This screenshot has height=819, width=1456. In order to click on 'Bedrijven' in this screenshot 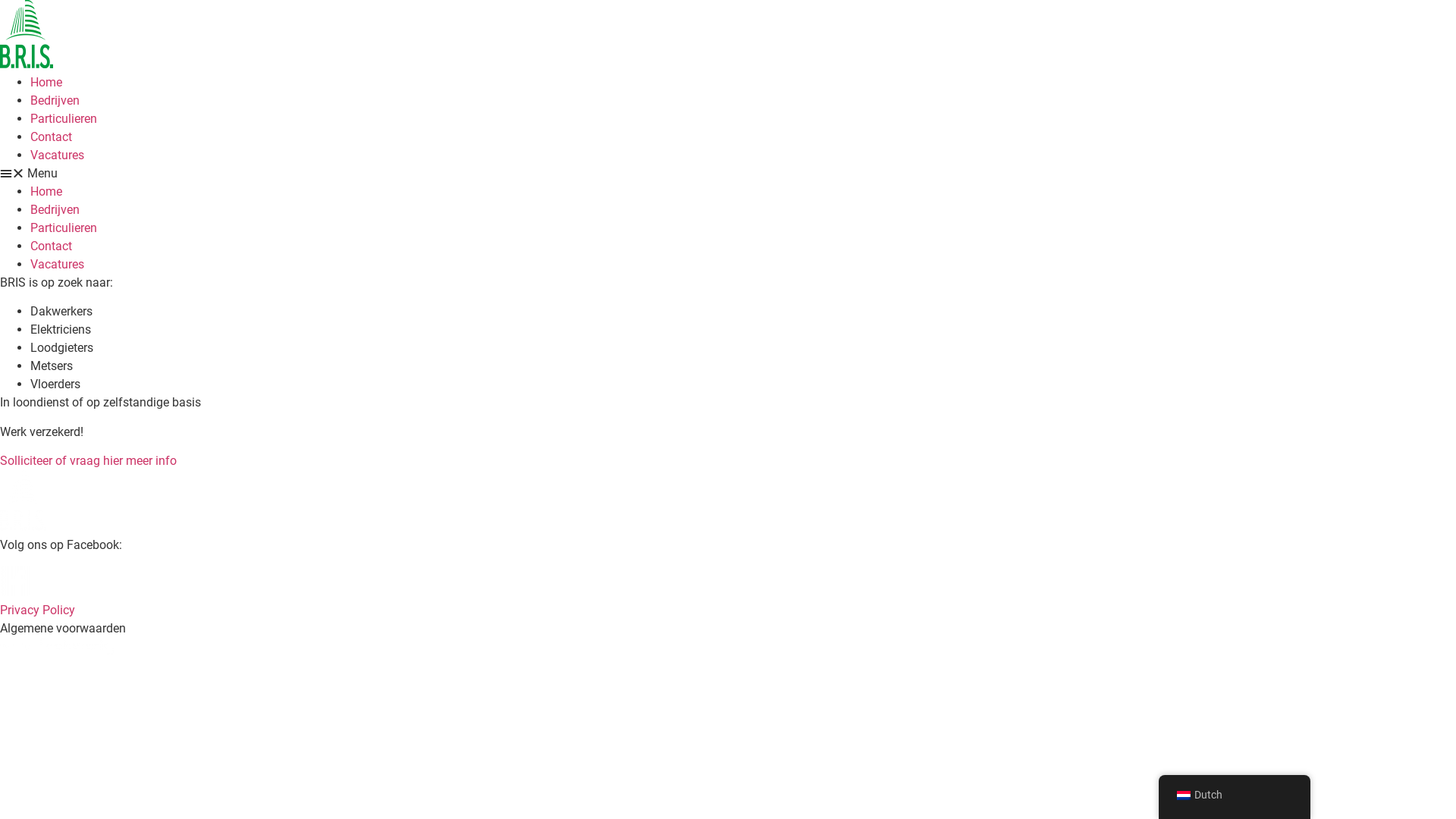, I will do `click(55, 209)`.